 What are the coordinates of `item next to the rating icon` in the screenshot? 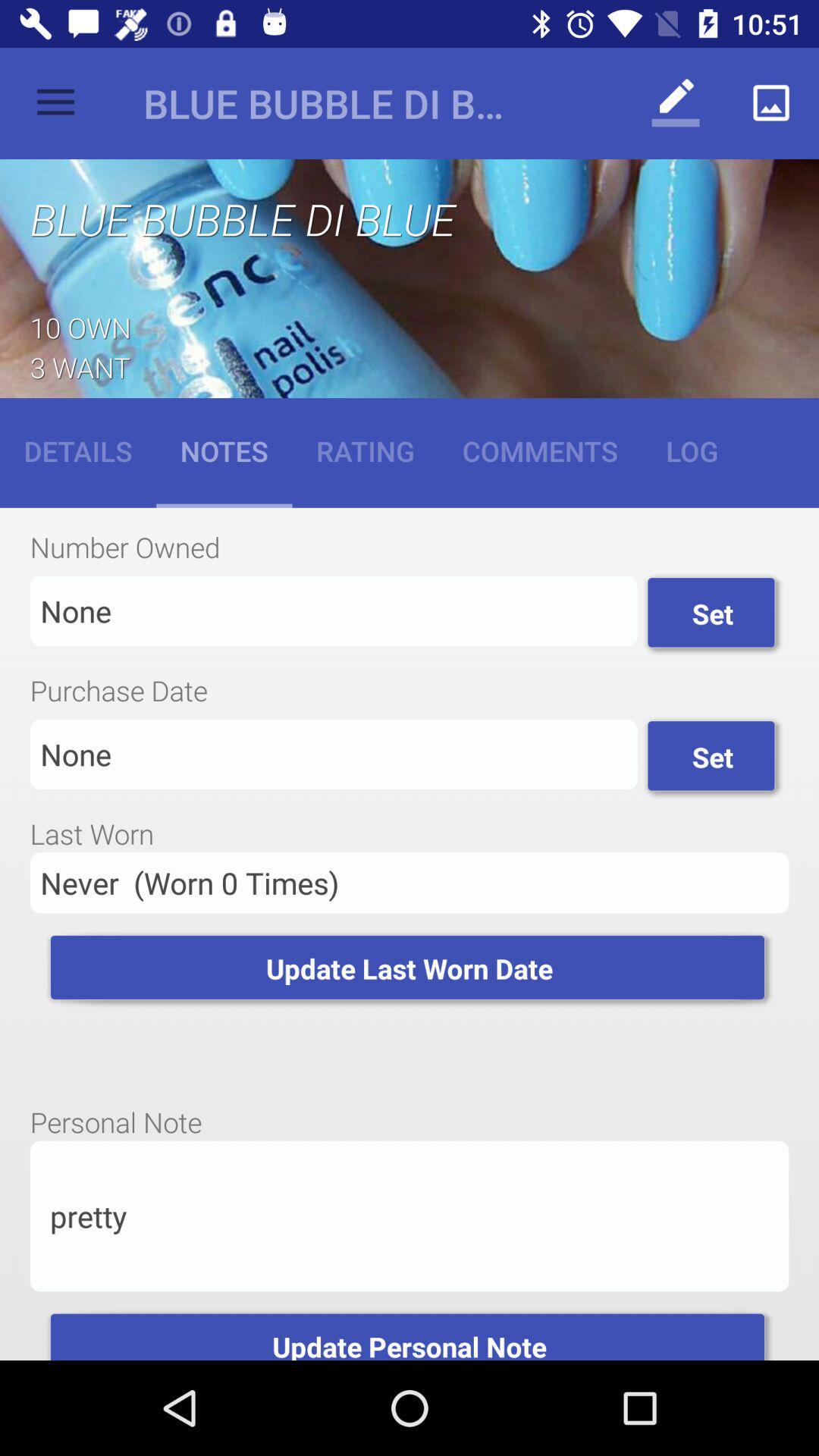 It's located at (224, 450).